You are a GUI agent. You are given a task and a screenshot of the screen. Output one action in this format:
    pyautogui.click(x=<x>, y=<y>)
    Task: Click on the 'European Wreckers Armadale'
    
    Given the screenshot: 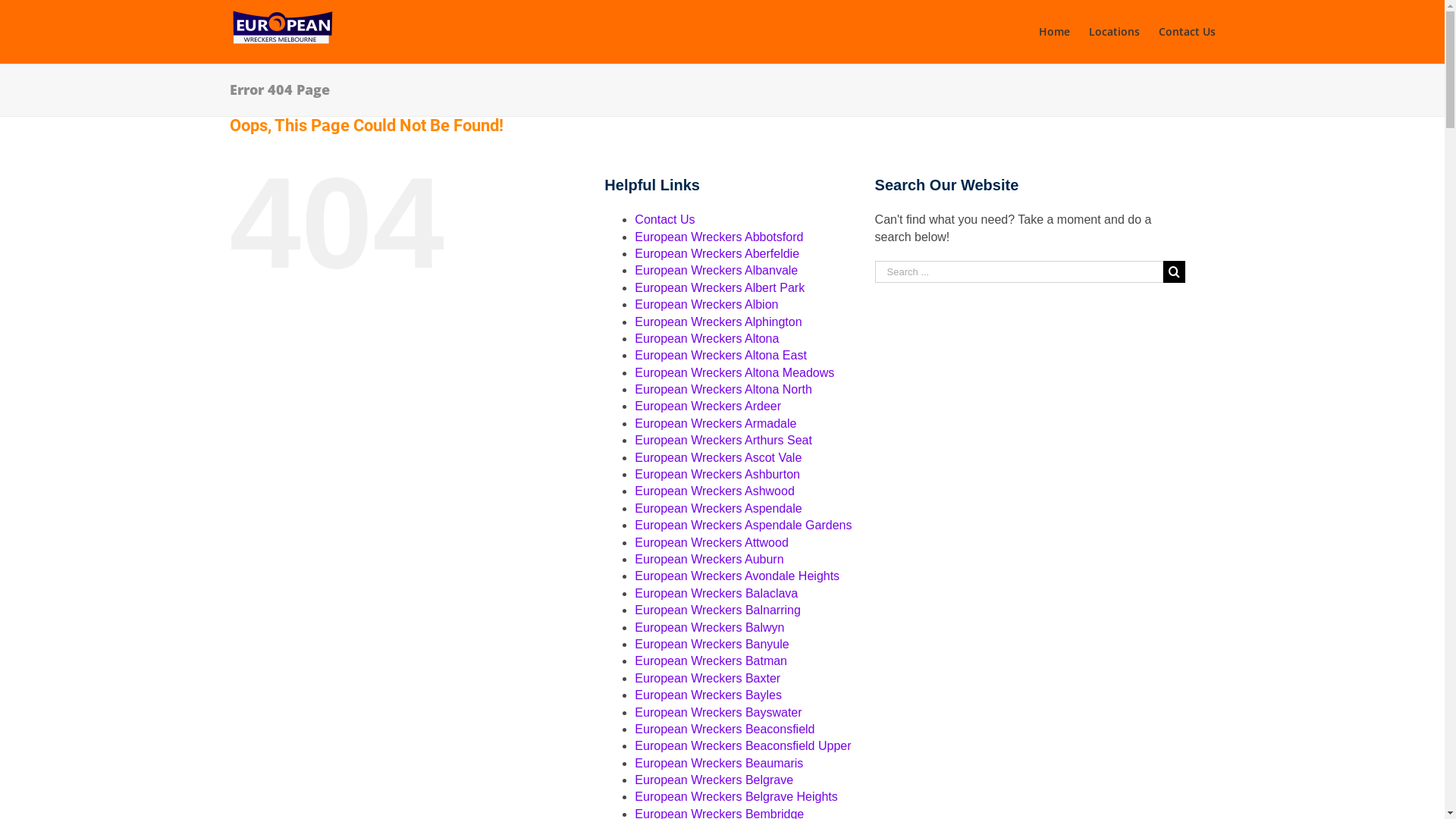 What is the action you would take?
    pyautogui.click(x=634, y=423)
    